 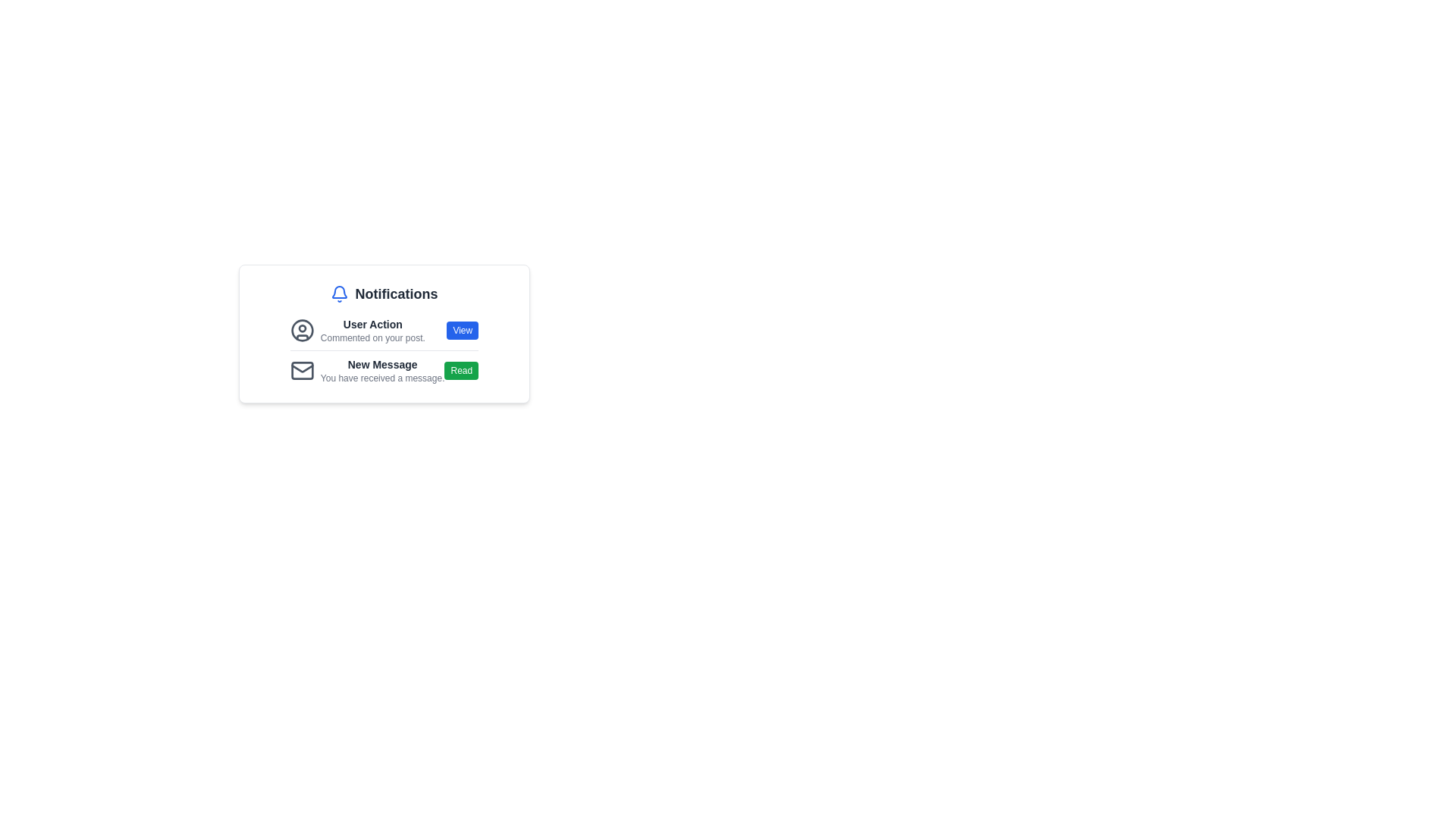 What do you see at coordinates (384, 294) in the screenshot?
I see `the Label with an icon that indicates the section content related to notifications, which is located at the topmost item of the card layout, above 'User Action' and 'New Message' sections` at bounding box center [384, 294].